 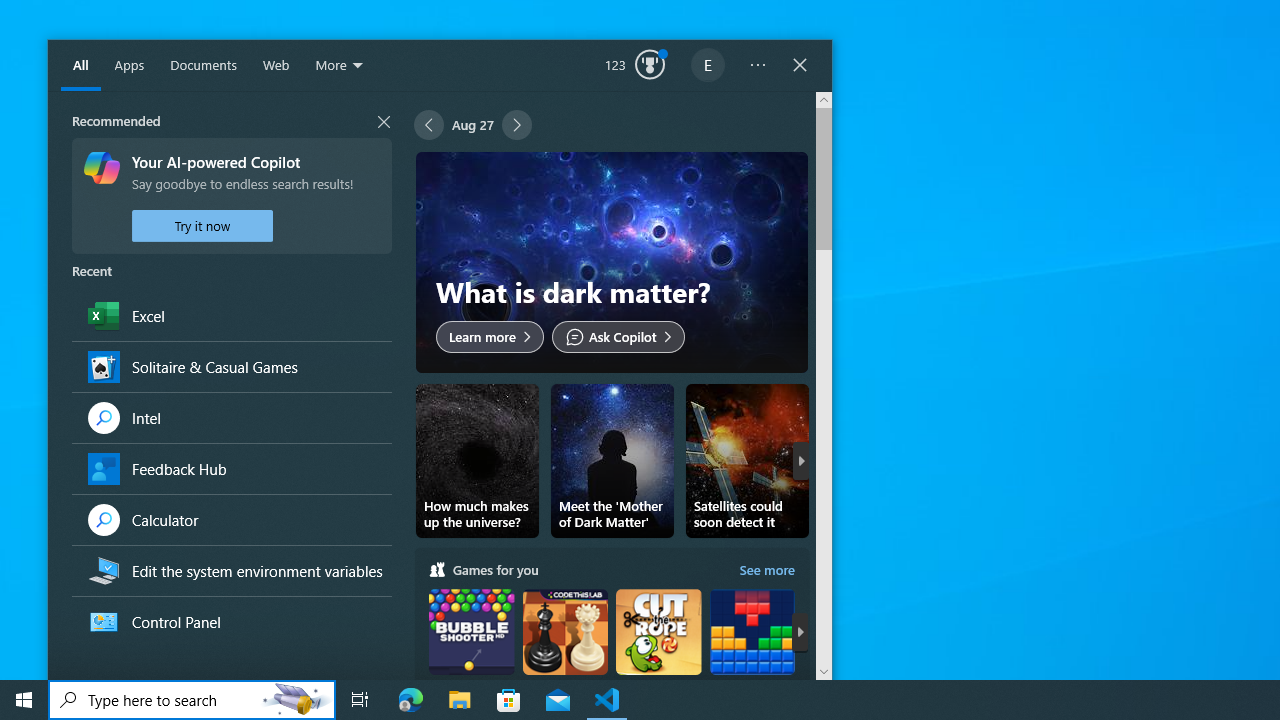 What do you see at coordinates (202, 225) in the screenshot?
I see `'Try it now'` at bounding box center [202, 225].